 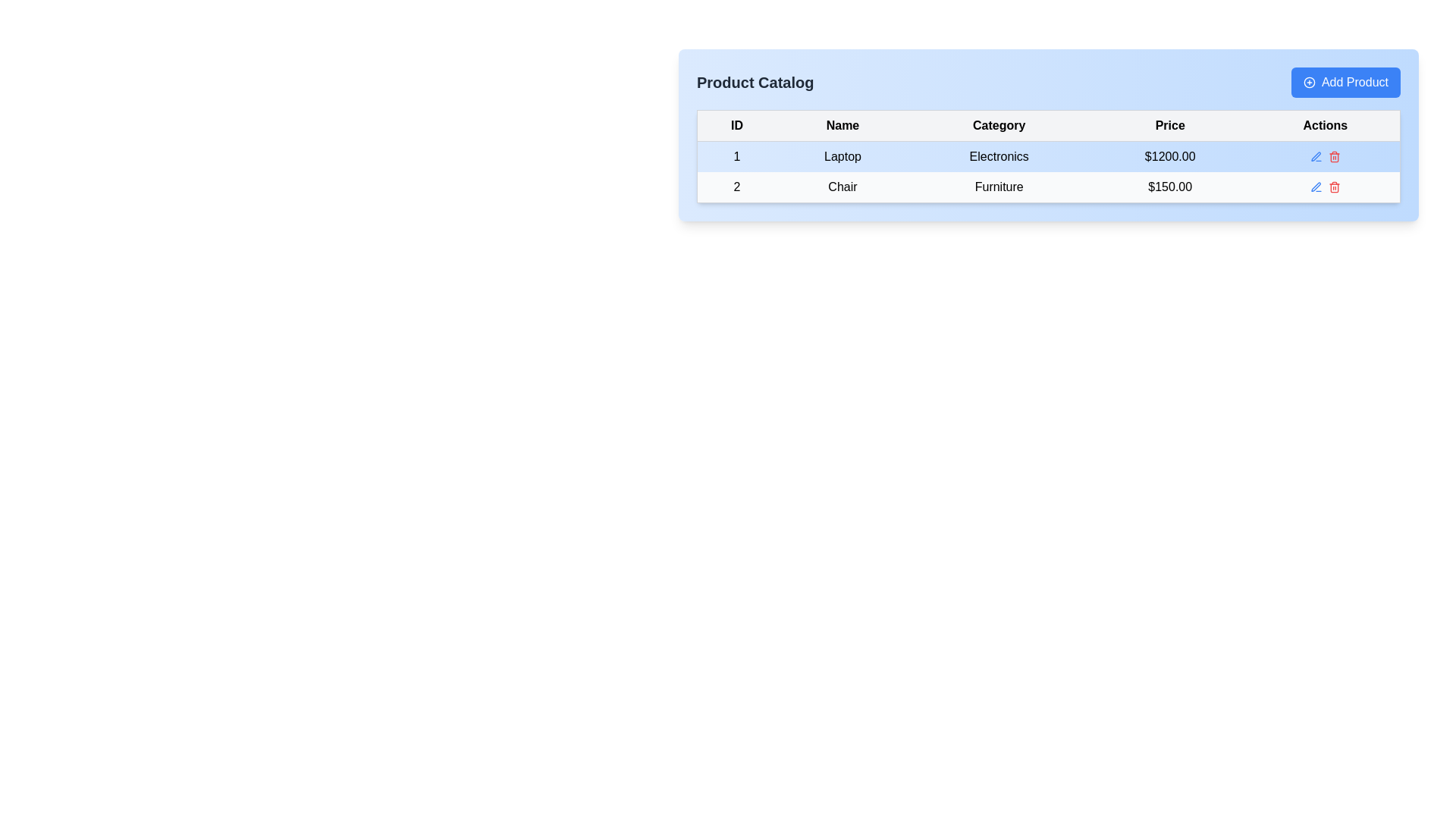 I want to click on the '+' icon located within the 'Add Product' button, so click(x=1308, y=82).